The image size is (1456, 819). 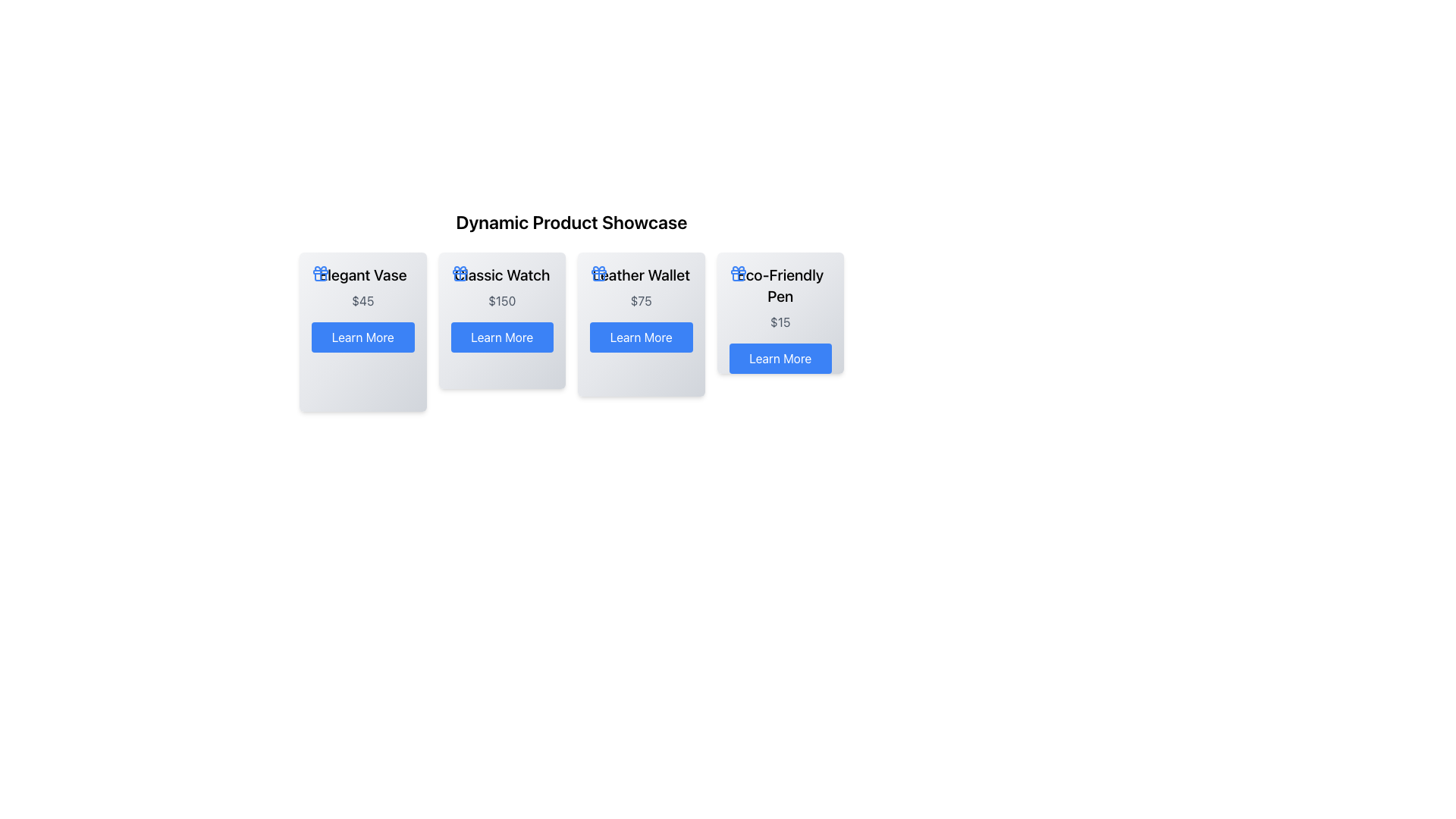 I want to click on gift indicator icon located at the top-left of the 'Elegant Vase' card component, positioned above the title text, so click(x=319, y=274).